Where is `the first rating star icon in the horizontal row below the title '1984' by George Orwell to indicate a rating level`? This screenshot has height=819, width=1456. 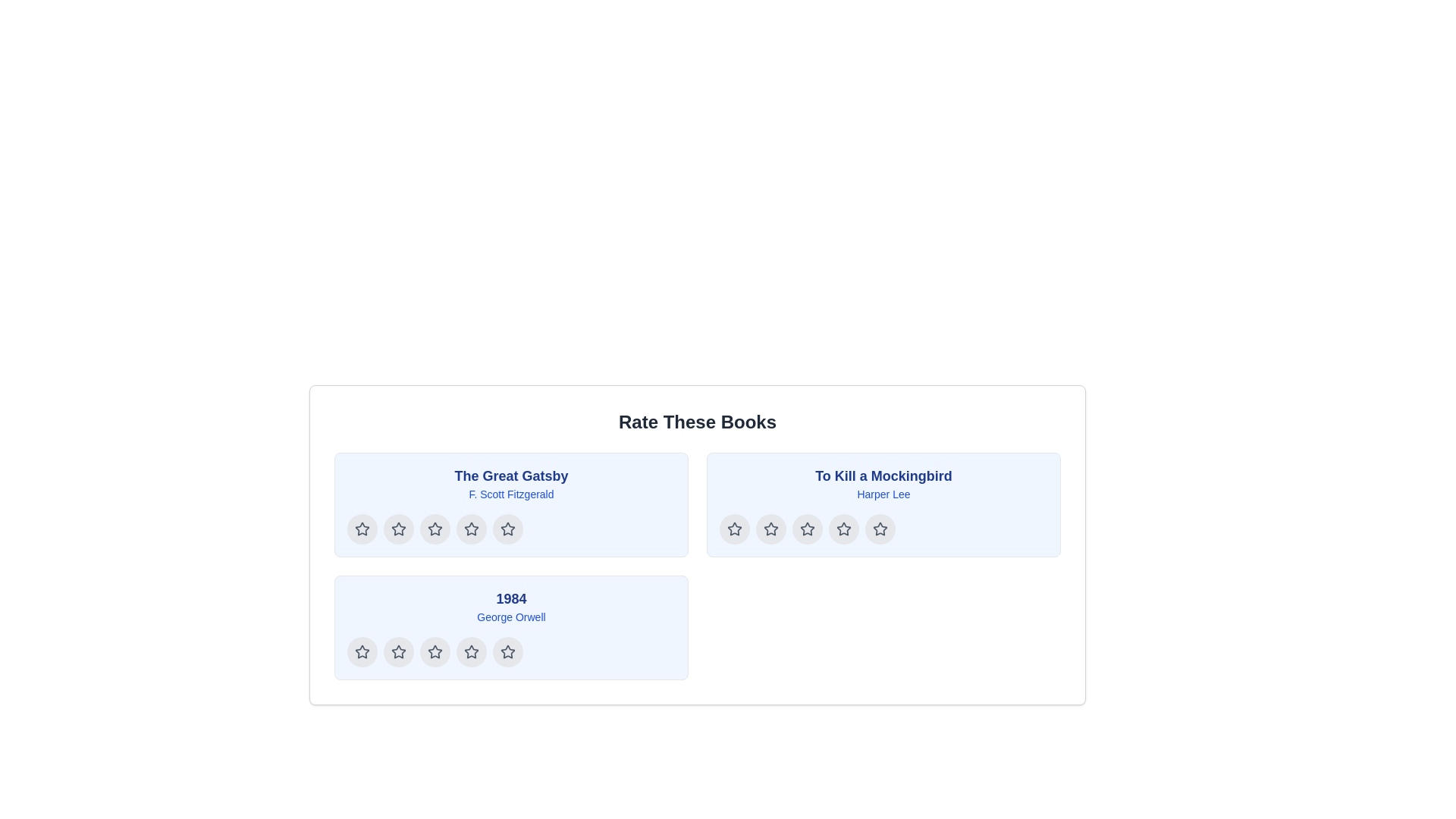
the first rating star icon in the horizontal row below the title '1984' by George Orwell to indicate a rating level is located at coordinates (399, 651).